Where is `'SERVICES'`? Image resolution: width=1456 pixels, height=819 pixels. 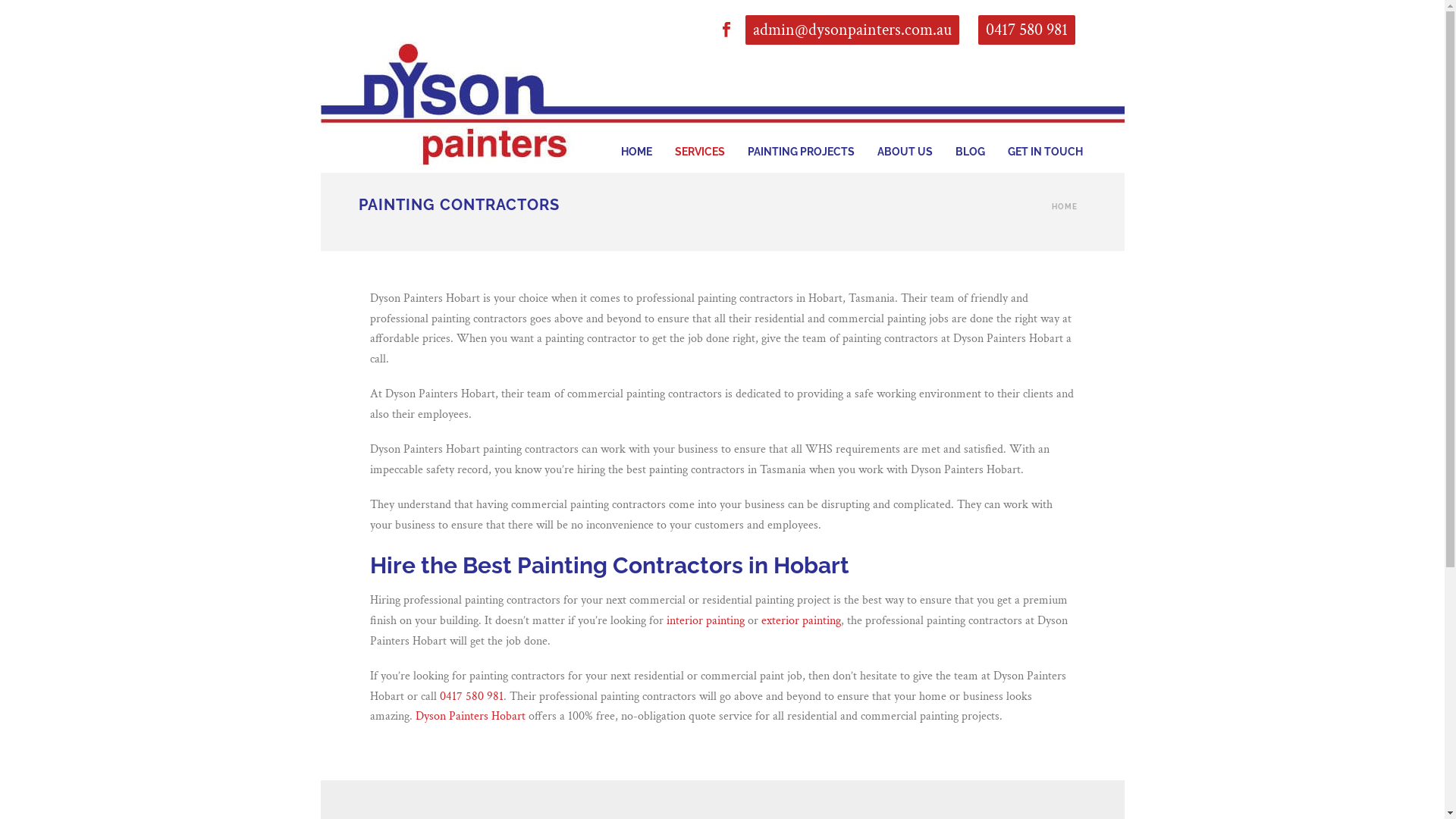 'SERVICES' is located at coordinates (698, 130).